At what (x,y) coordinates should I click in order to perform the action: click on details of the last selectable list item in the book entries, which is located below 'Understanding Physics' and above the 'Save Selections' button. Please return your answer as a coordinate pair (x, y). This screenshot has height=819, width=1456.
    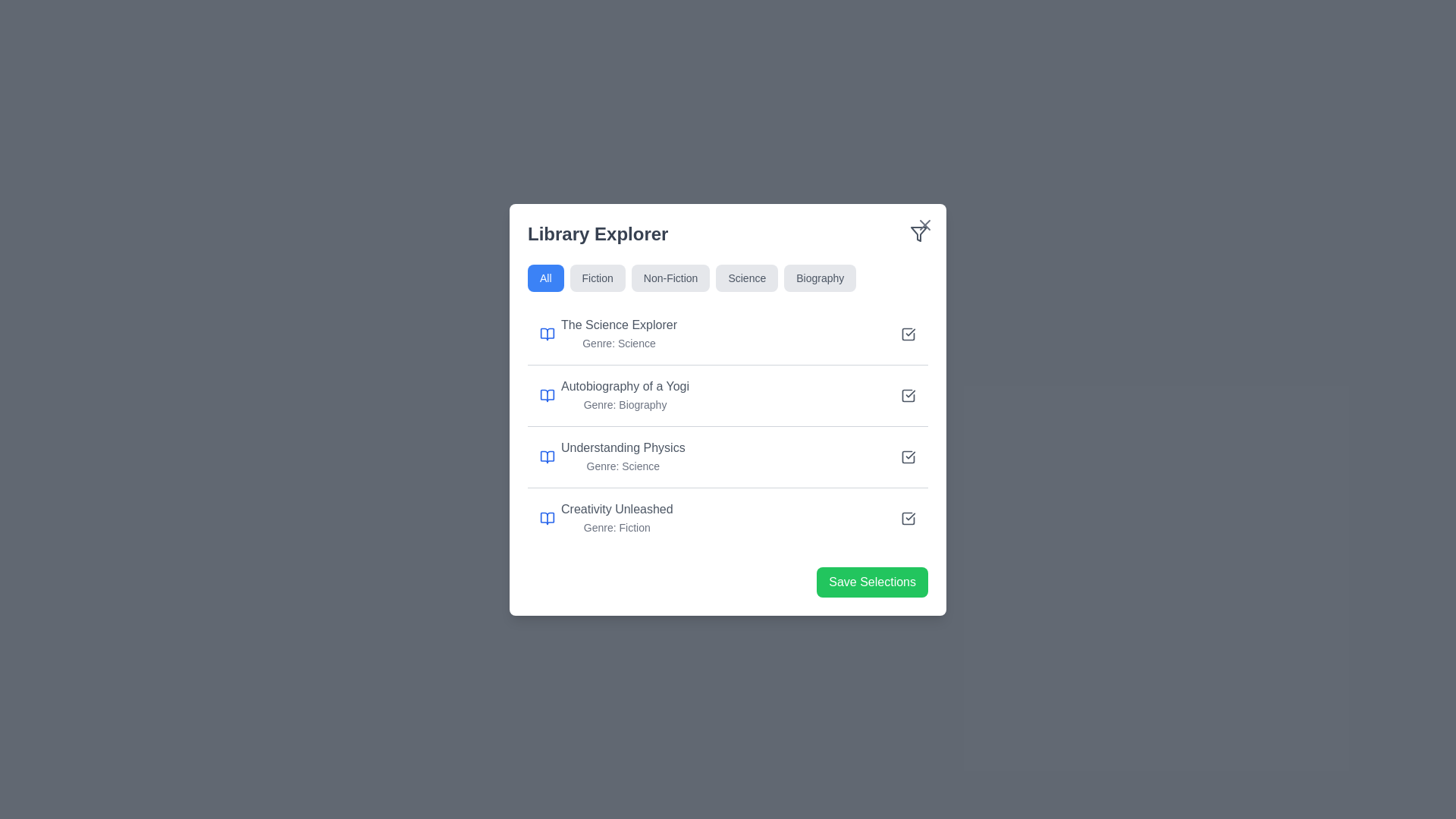
    Looking at the image, I should click on (728, 516).